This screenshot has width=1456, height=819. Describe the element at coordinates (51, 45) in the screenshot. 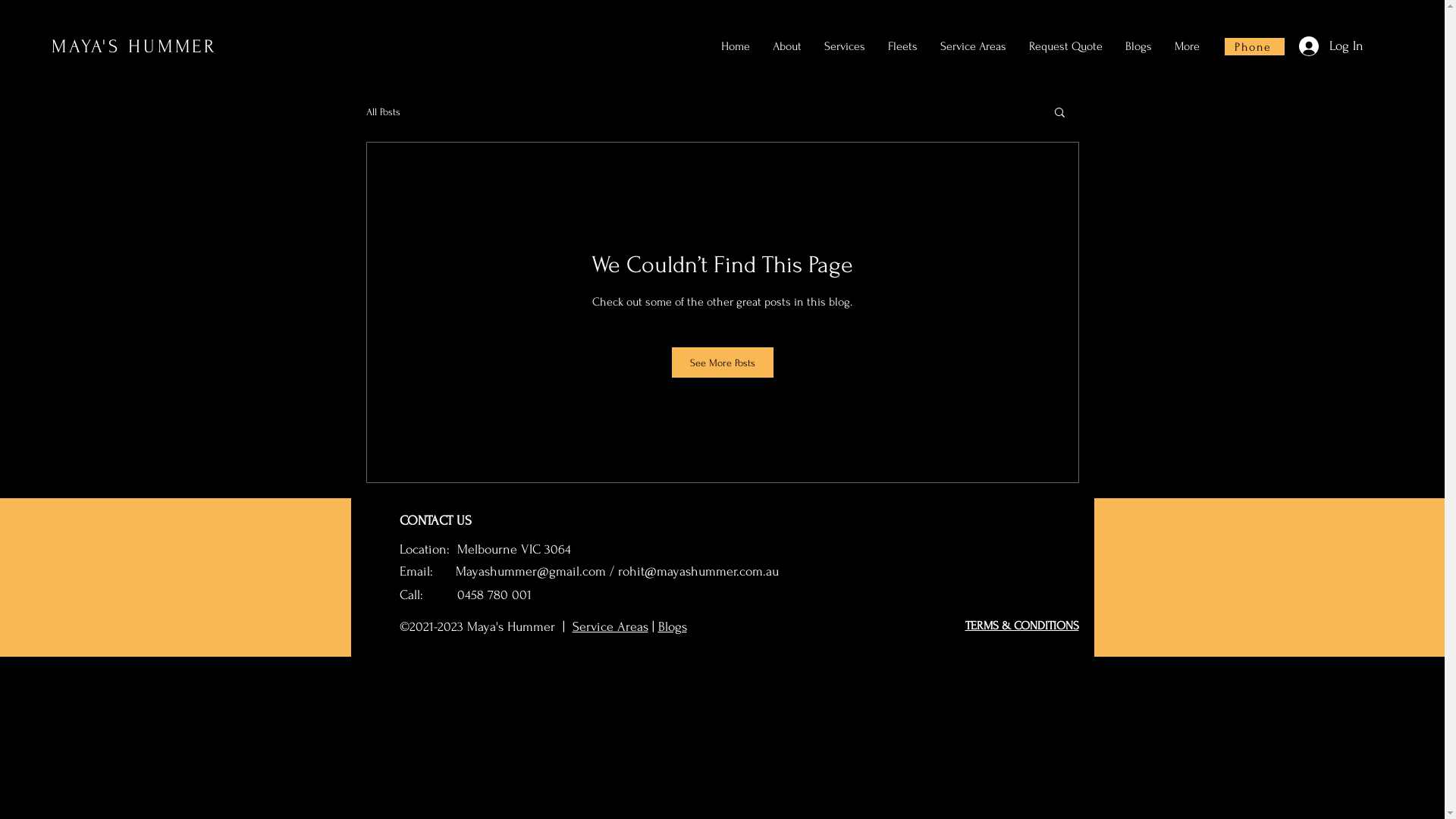

I see `'MAYA'S HUMMER'` at that location.